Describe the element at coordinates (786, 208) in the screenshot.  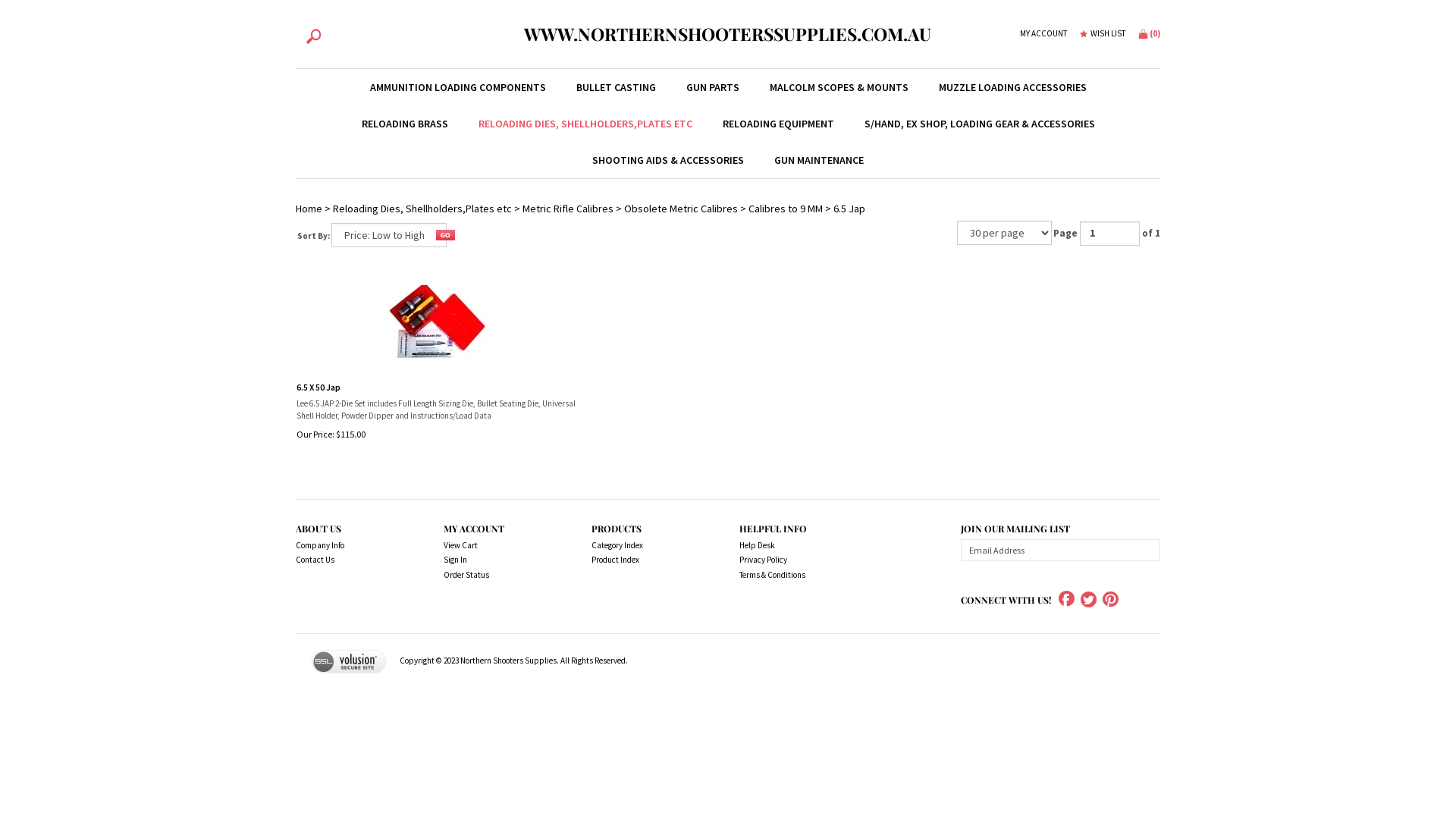
I see `'Calibres to 9 MM'` at that location.